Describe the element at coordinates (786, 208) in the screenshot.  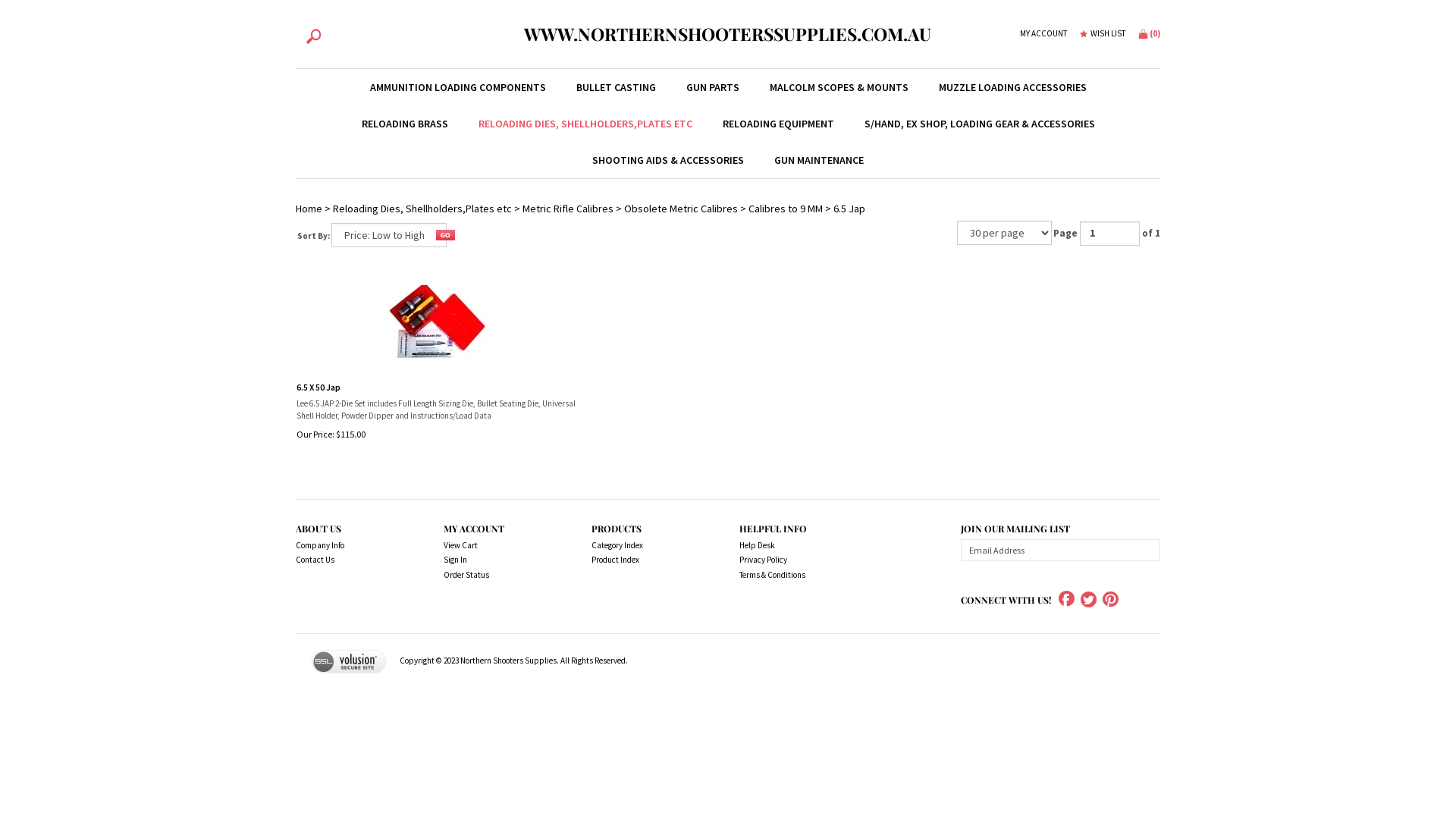
I see `'Calibres to 9 MM'` at that location.